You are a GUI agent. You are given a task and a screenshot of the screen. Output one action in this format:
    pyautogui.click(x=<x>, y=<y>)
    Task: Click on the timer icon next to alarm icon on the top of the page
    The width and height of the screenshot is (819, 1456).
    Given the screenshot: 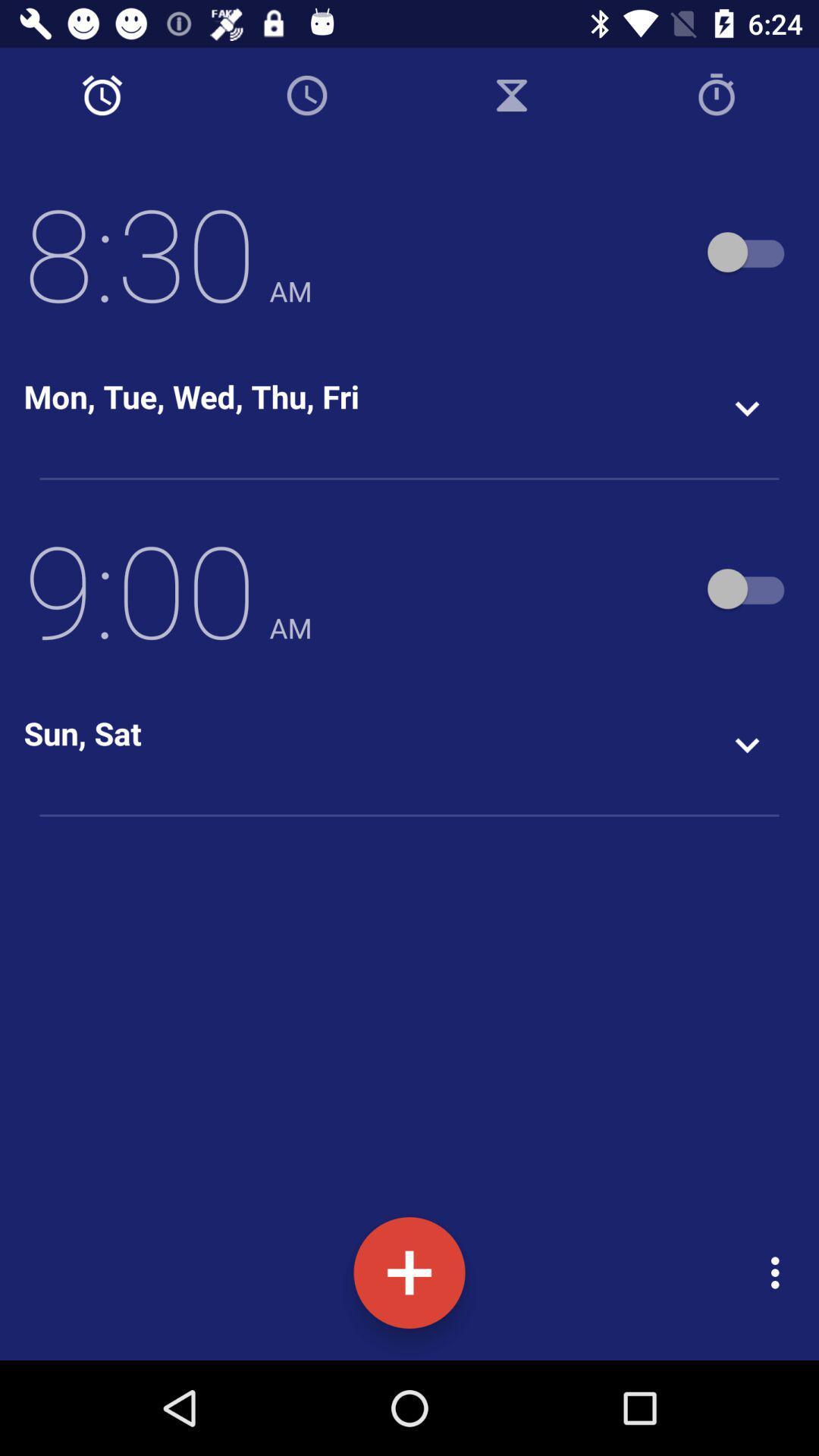 What is the action you would take?
    pyautogui.click(x=307, y=95)
    